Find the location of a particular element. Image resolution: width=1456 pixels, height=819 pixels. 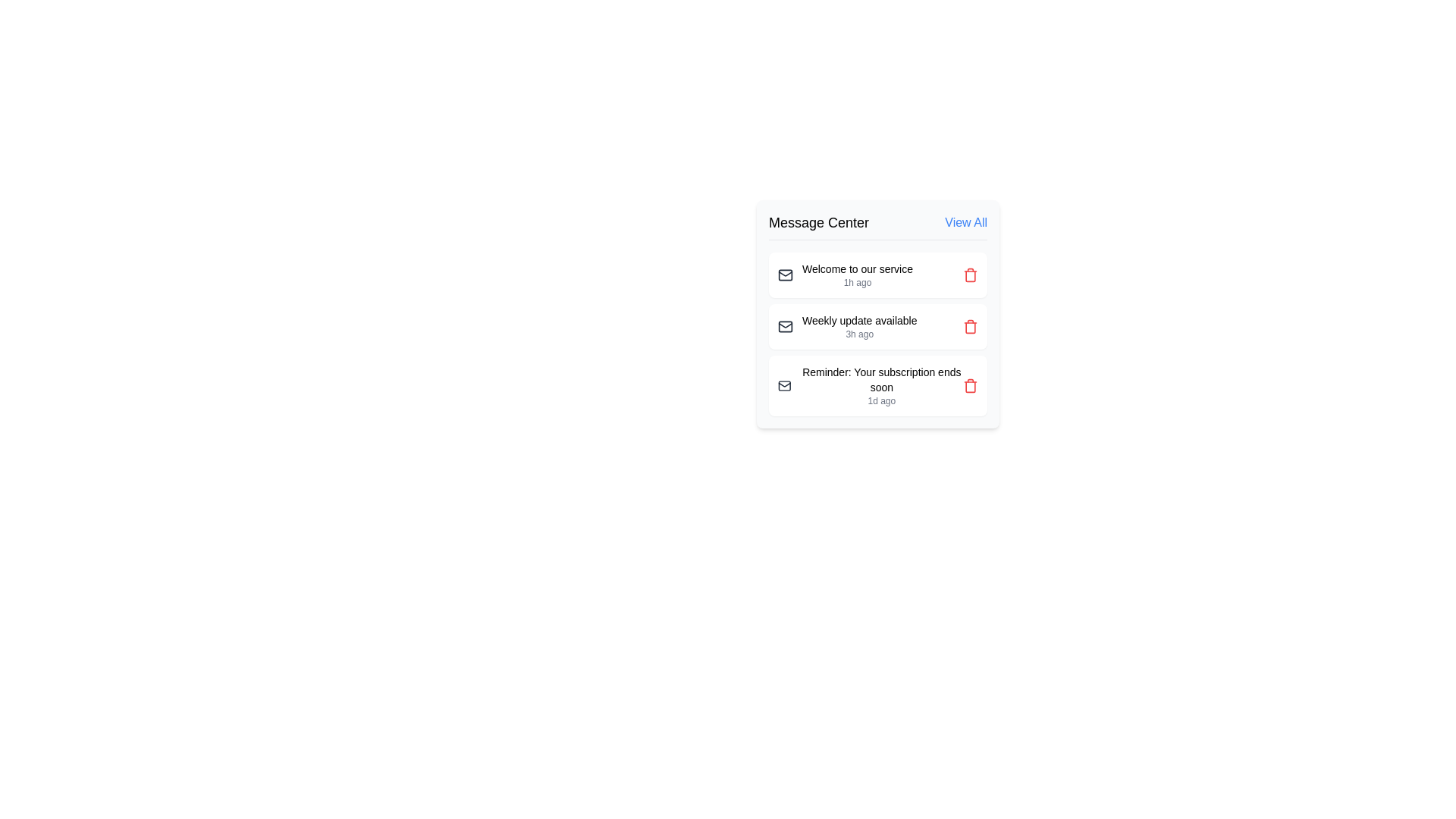

the small red trash-bin icon button located at the right-hand side of the 'Weekly update available' notification card to check for a tooltip is located at coordinates (971, 326).